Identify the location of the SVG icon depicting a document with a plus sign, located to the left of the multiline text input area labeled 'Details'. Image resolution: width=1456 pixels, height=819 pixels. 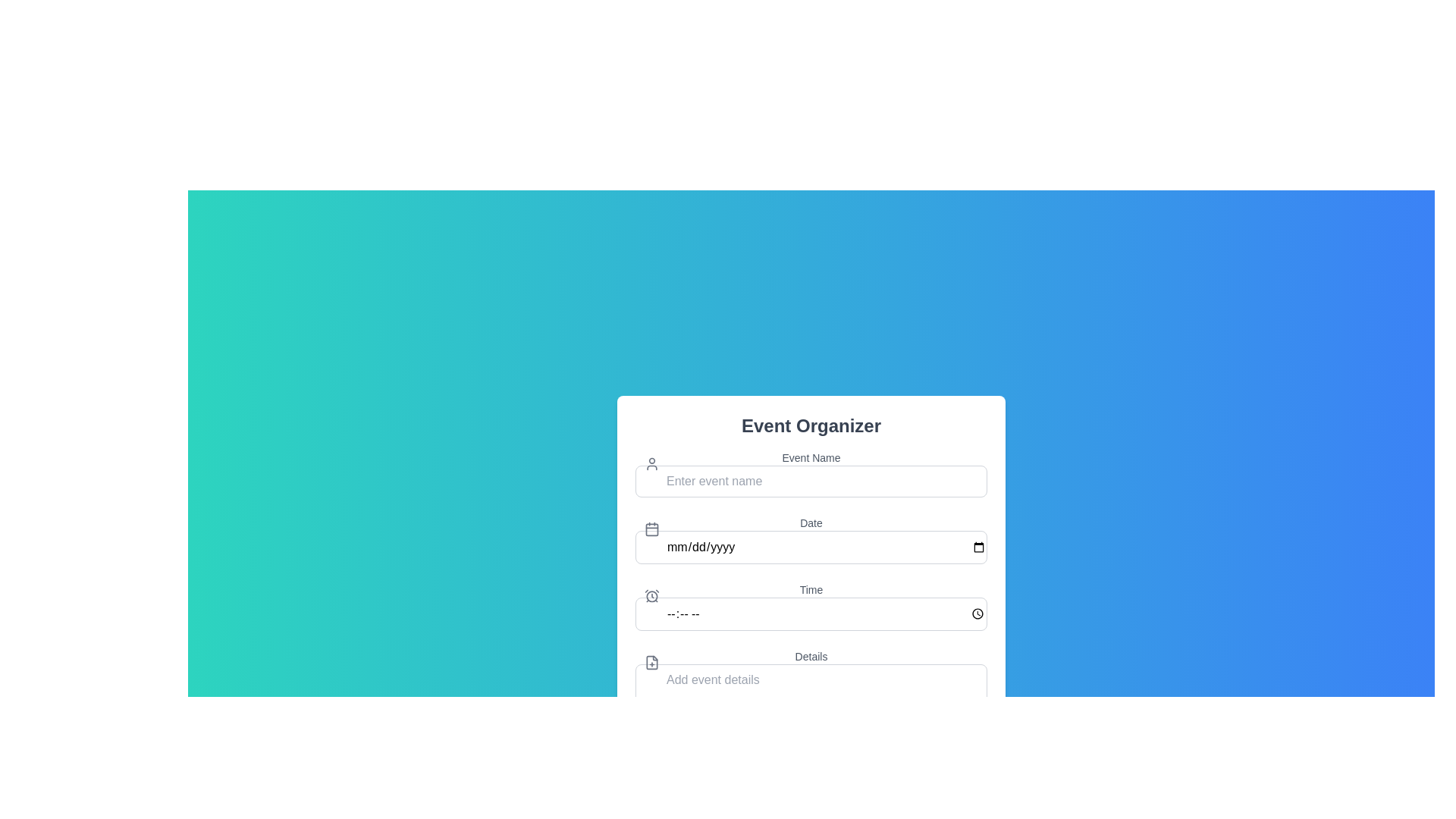
(651, 661).